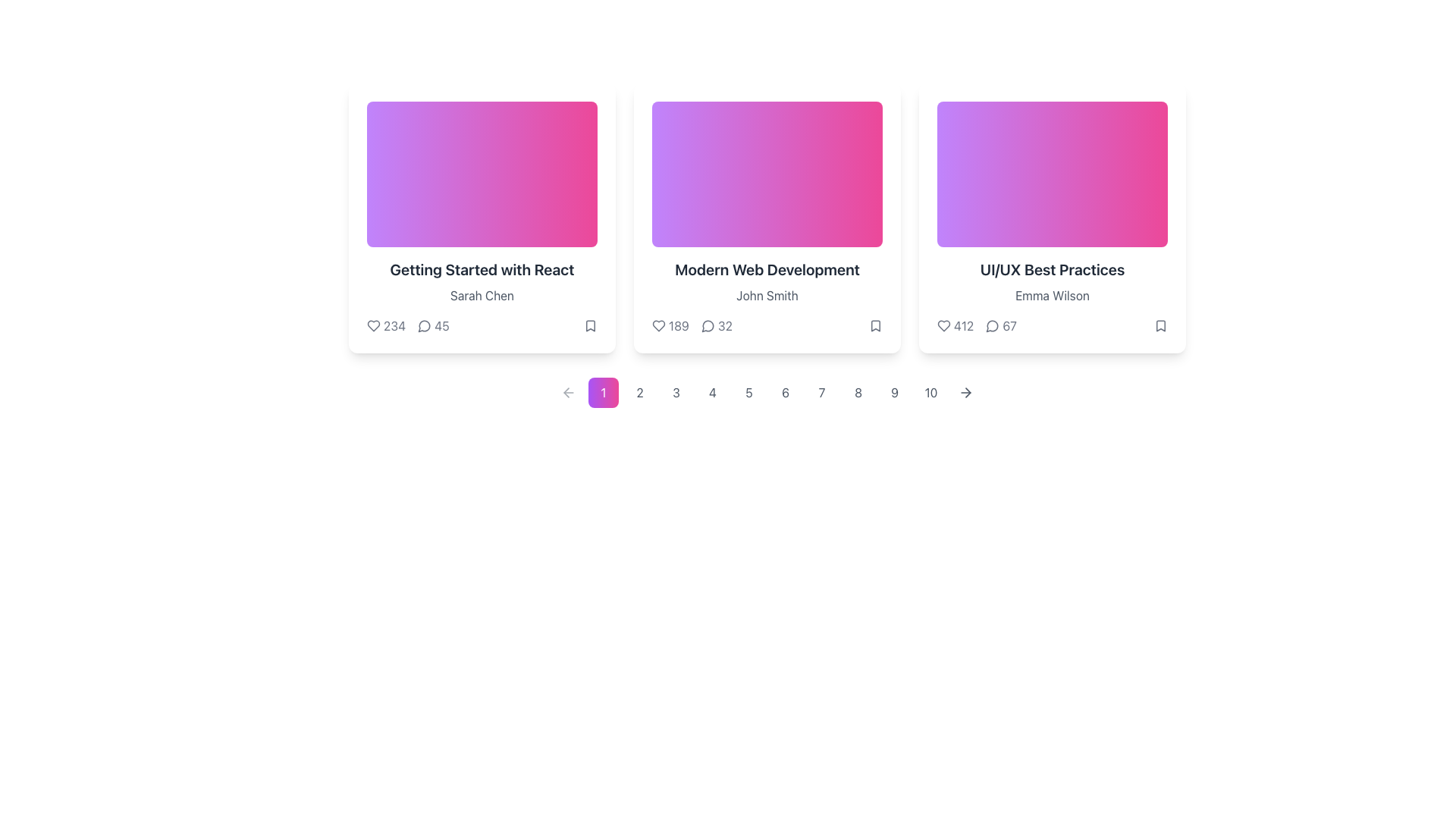  I want to click on the circular button with the number '9' on it, so click(895, 391).